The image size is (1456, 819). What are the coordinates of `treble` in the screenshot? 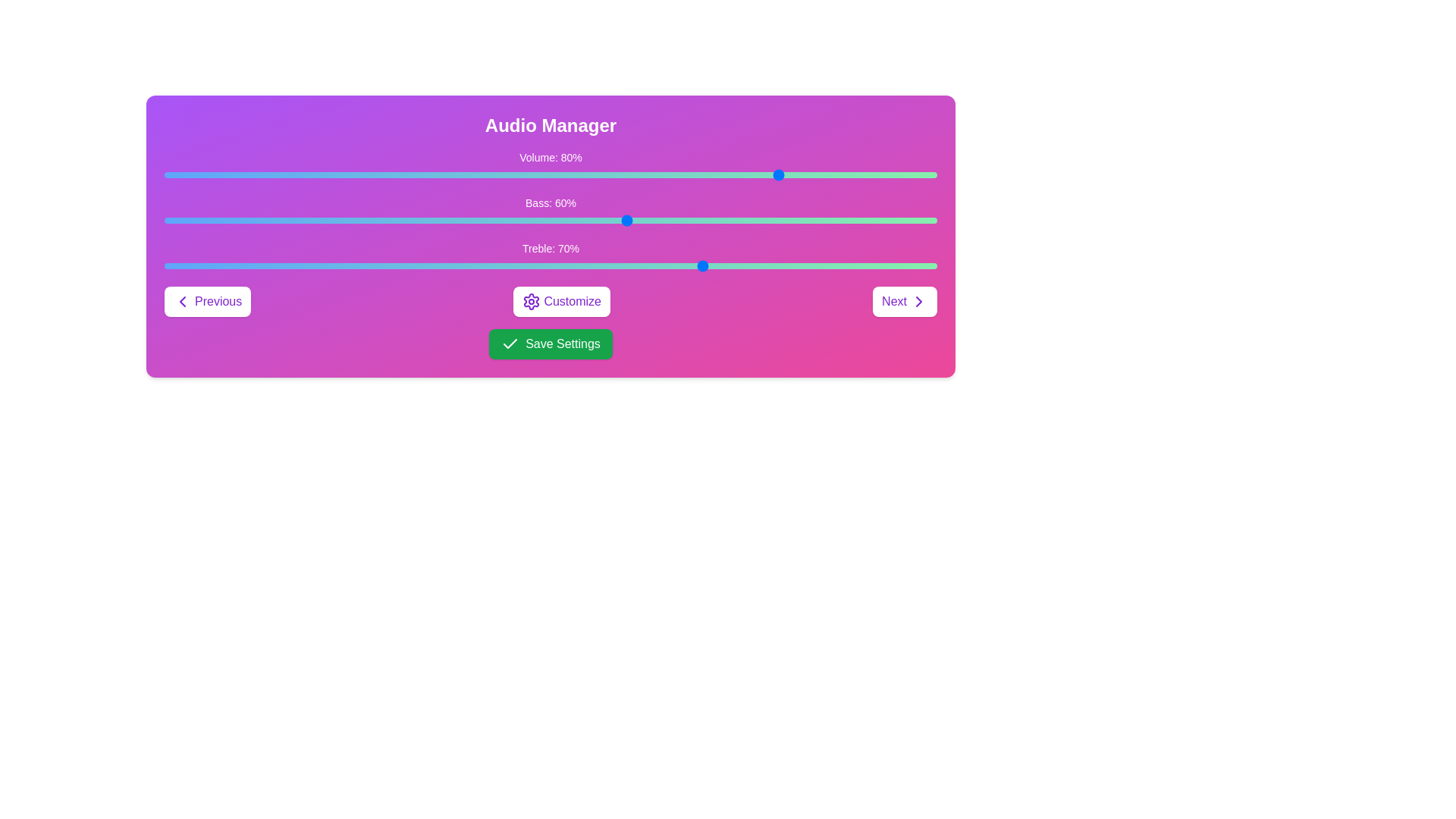 It's located at (280, 265).